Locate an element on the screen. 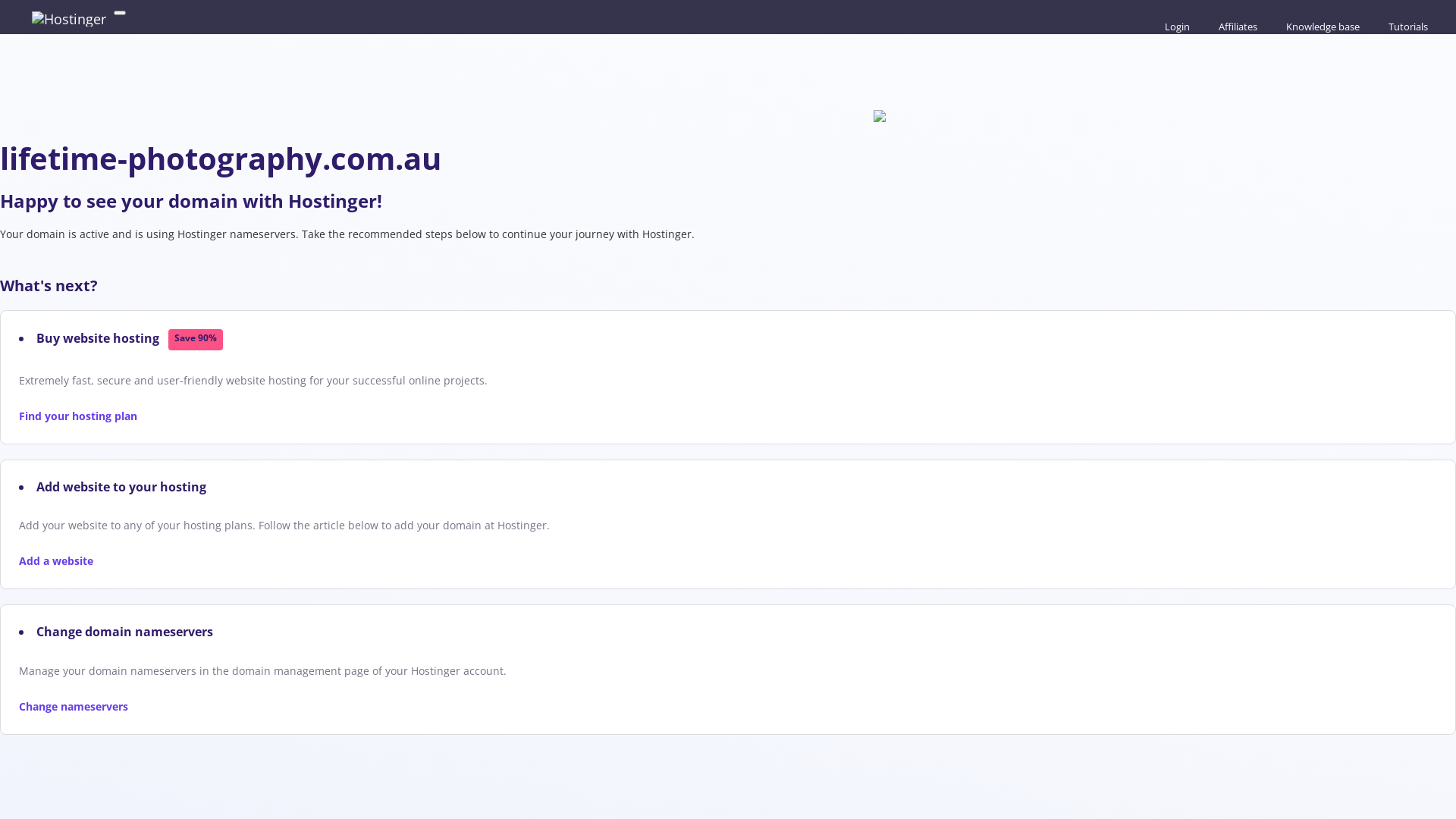 Image resolution: width=1456 pixels, height=819 pixels. 'Affiliates' is located at coordinates (1236, 26).